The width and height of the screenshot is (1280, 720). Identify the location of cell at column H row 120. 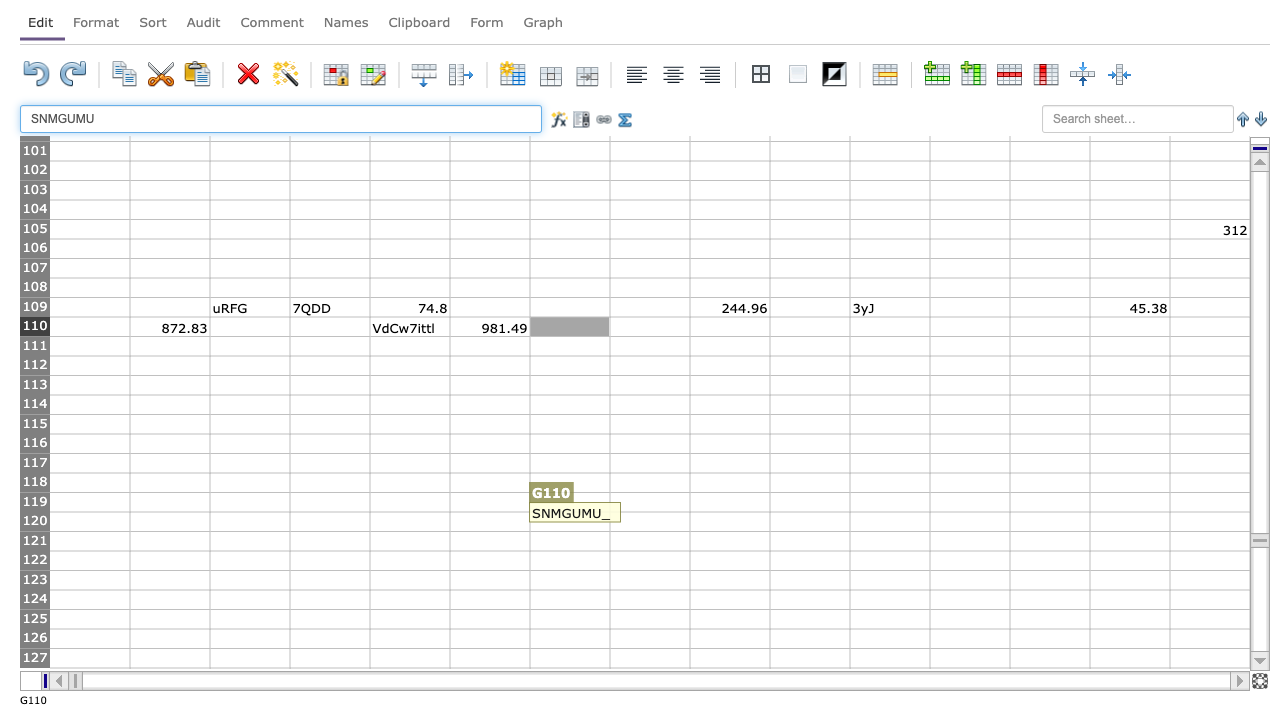
(649, 520).